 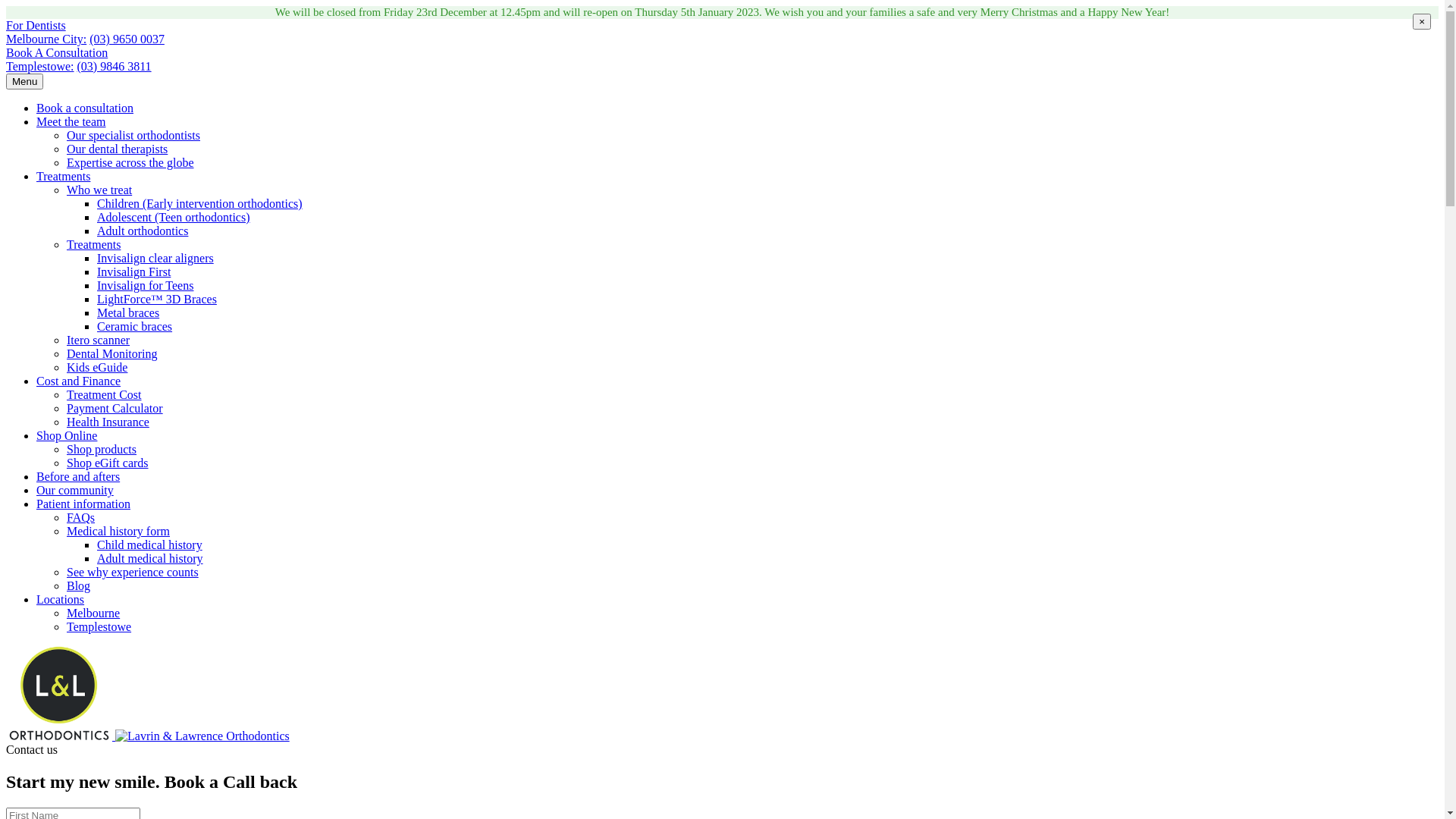 What do you see at coordinates (130, 162) in the screenshot?
I see `'Expertise across the globe'` at bounding box center [130, 162].